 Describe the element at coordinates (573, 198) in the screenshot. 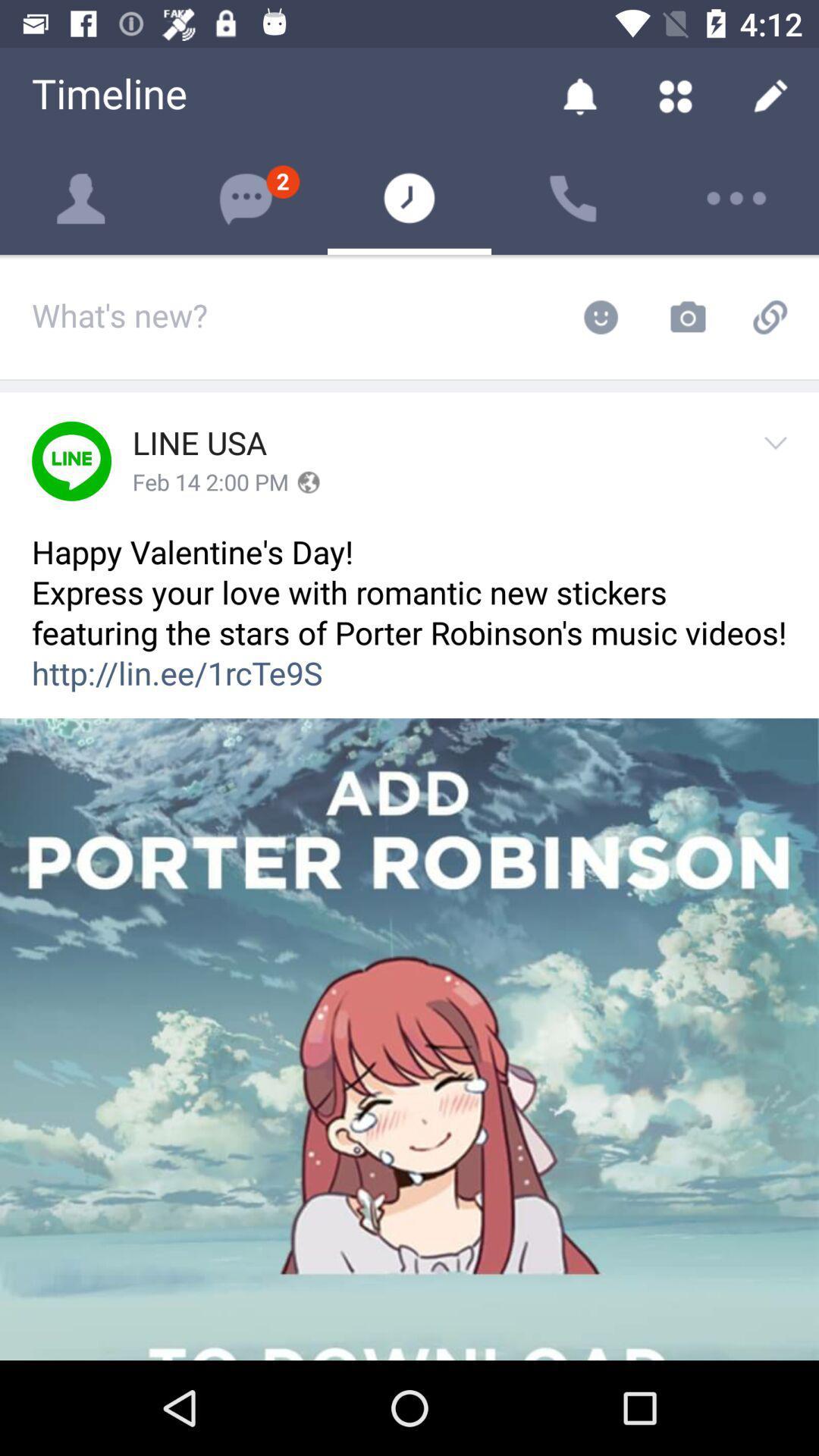

I see `the dailer icon at the top of the page` at that location.